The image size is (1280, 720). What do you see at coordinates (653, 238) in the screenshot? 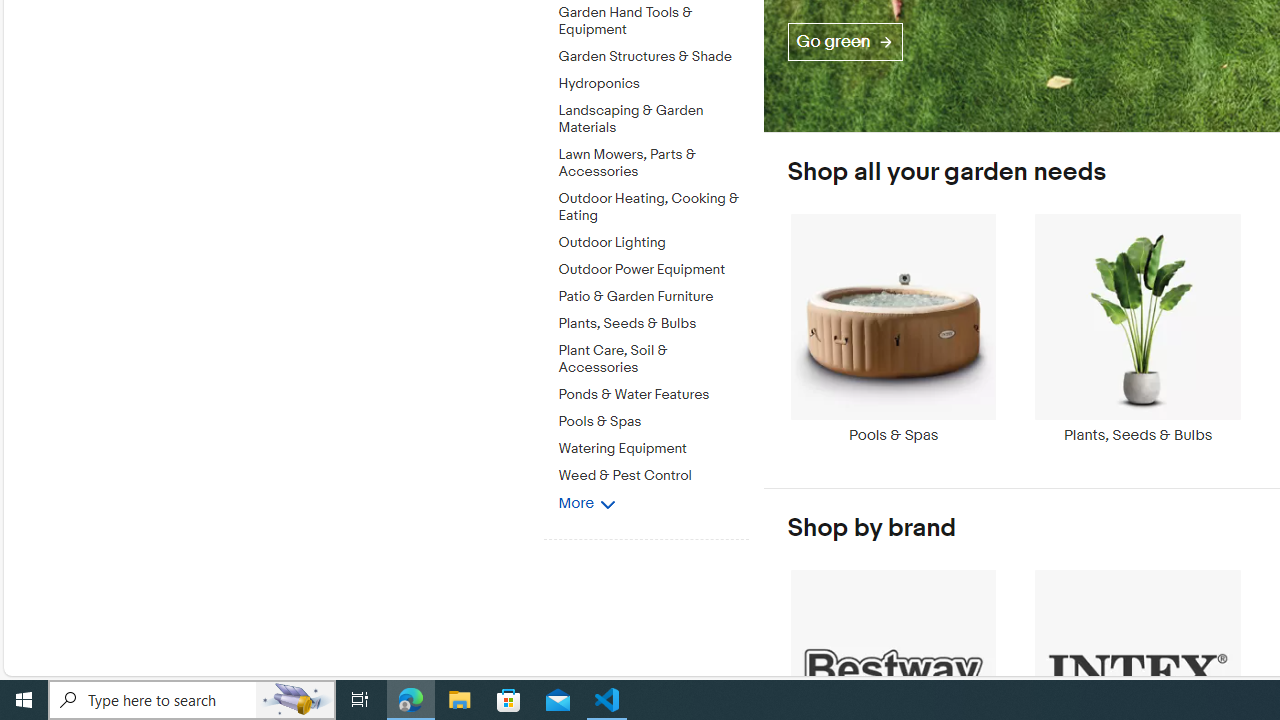
I see `'Outdoor Lighting'` at bounding box center [653, 238].